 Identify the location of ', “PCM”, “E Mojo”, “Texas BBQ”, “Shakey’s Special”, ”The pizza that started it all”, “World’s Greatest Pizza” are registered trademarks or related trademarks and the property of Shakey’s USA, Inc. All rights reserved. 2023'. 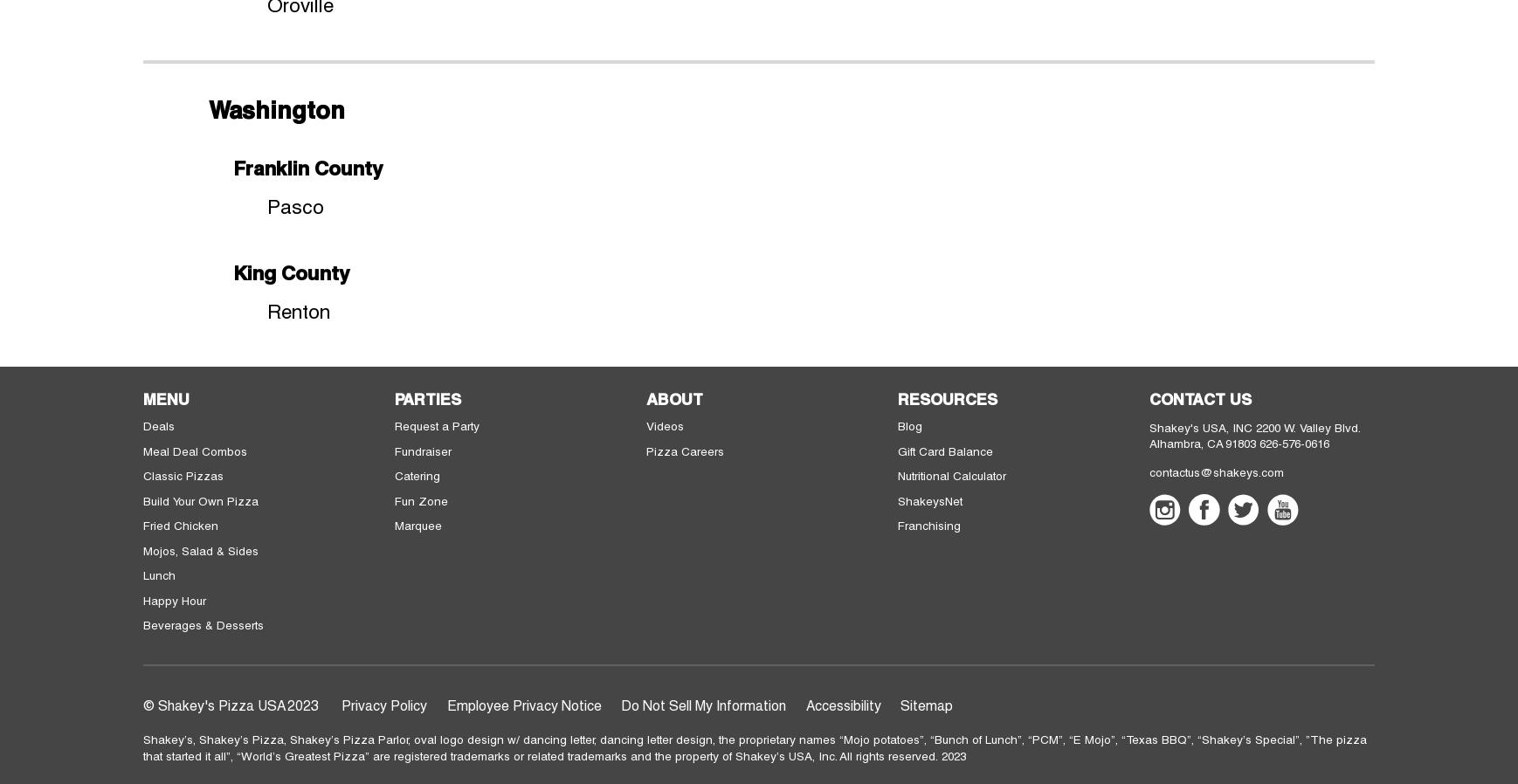
(755, 747).